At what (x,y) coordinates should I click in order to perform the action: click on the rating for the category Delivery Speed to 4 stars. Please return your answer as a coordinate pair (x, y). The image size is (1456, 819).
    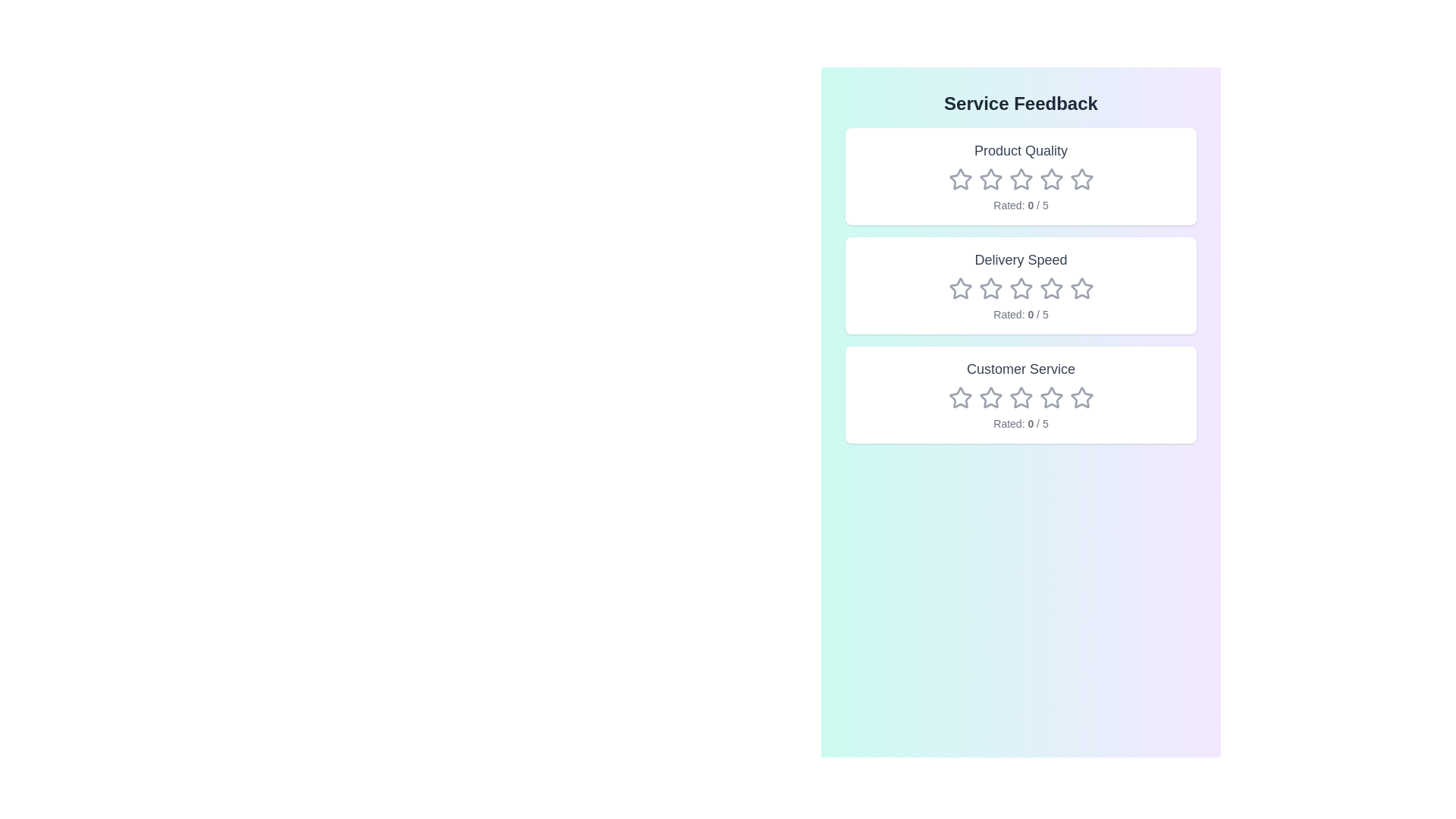
    Looking at the image, I should click on (1050, 289).